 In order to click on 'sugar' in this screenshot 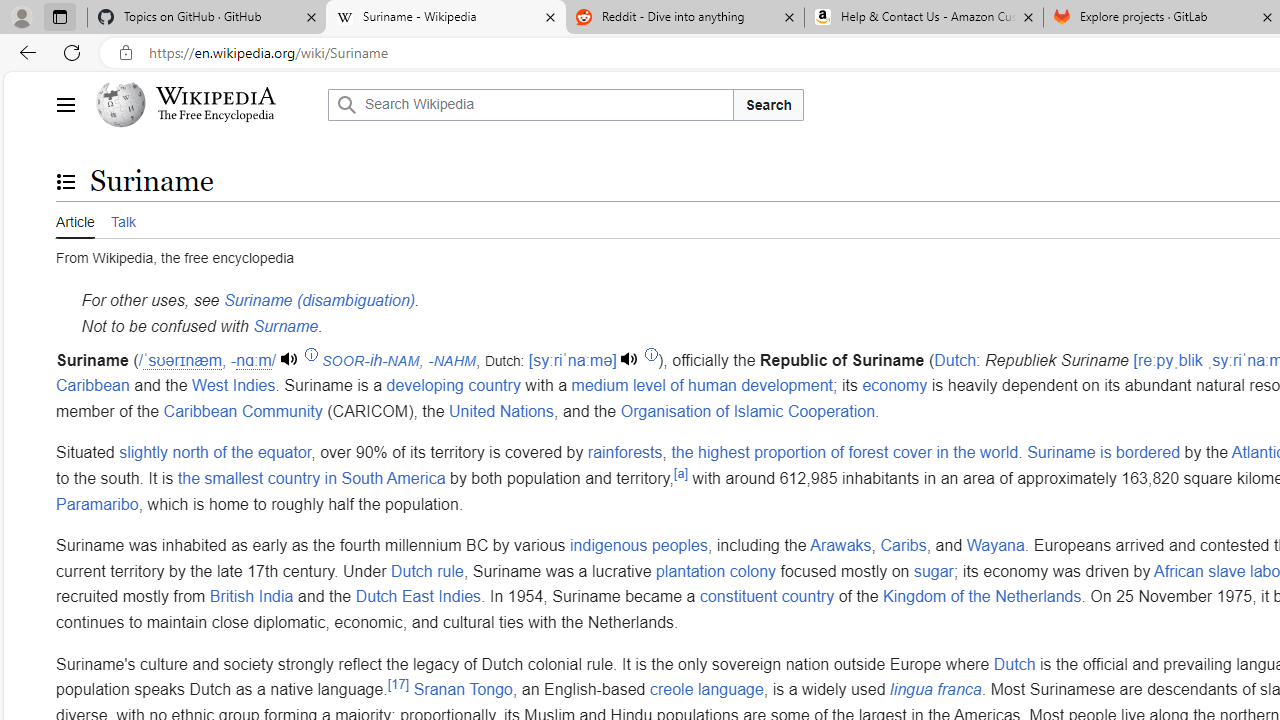, I will do `click(932, 571)`.